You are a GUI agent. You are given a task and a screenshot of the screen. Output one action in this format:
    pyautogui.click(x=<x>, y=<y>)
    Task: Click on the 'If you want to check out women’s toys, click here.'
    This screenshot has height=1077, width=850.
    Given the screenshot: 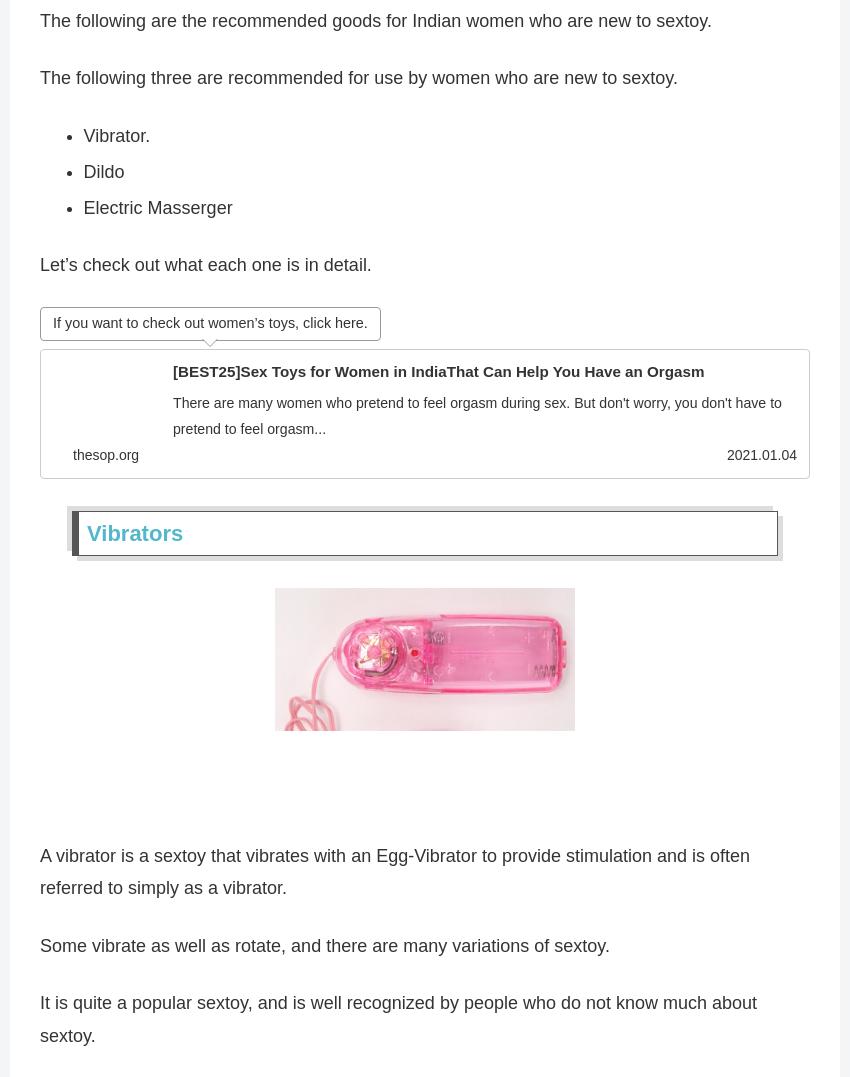 What is the action you would take?
    pyautogui.click(x=53, y=327)
    